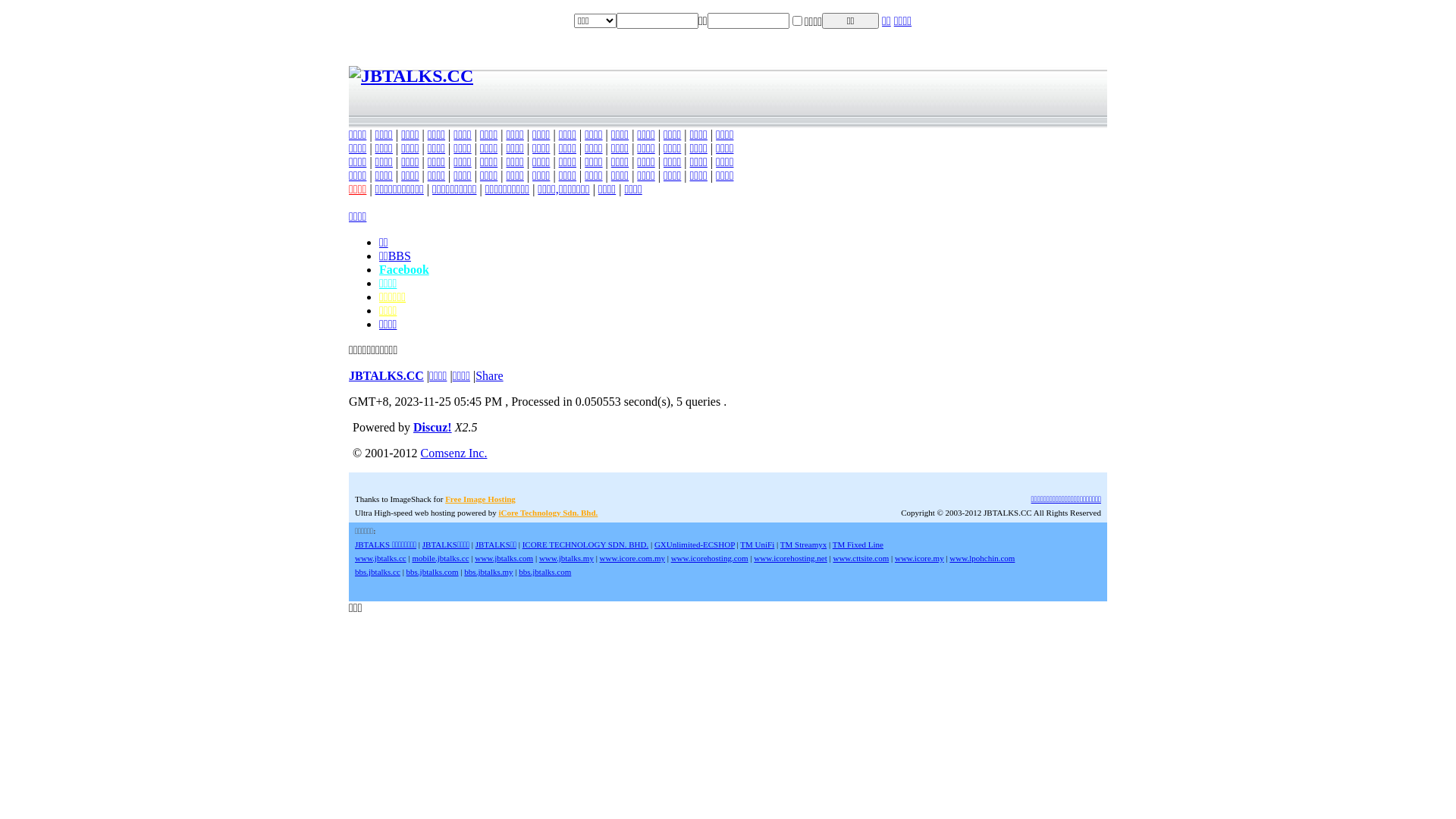  Describe the element at coordinates (431, 427) in the screenshot. I see `'Discuz!'` at that location.